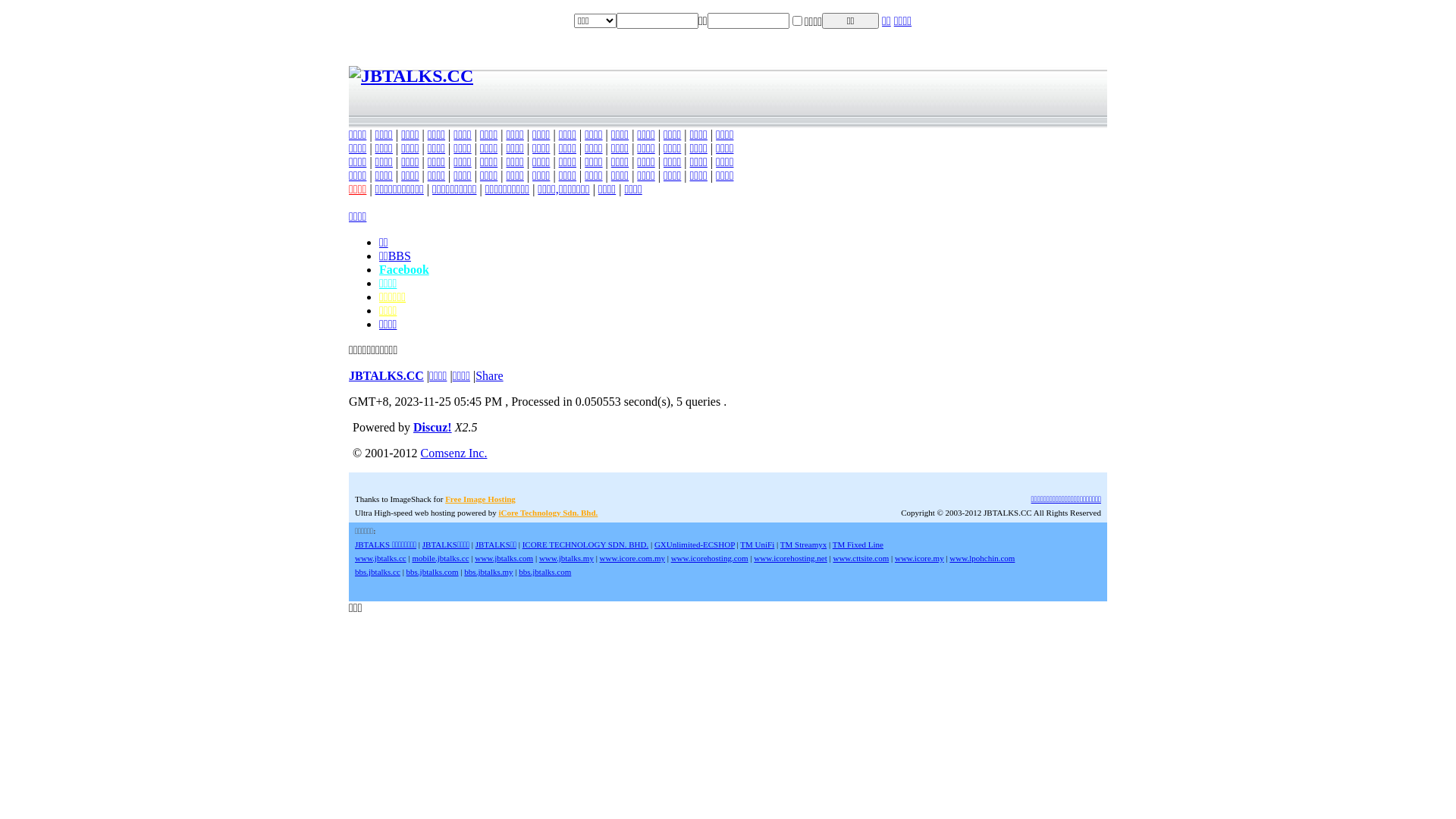  Describe the element at coordinates (431, 427) in the screenshot. I see `'Discuz!'` at that location.